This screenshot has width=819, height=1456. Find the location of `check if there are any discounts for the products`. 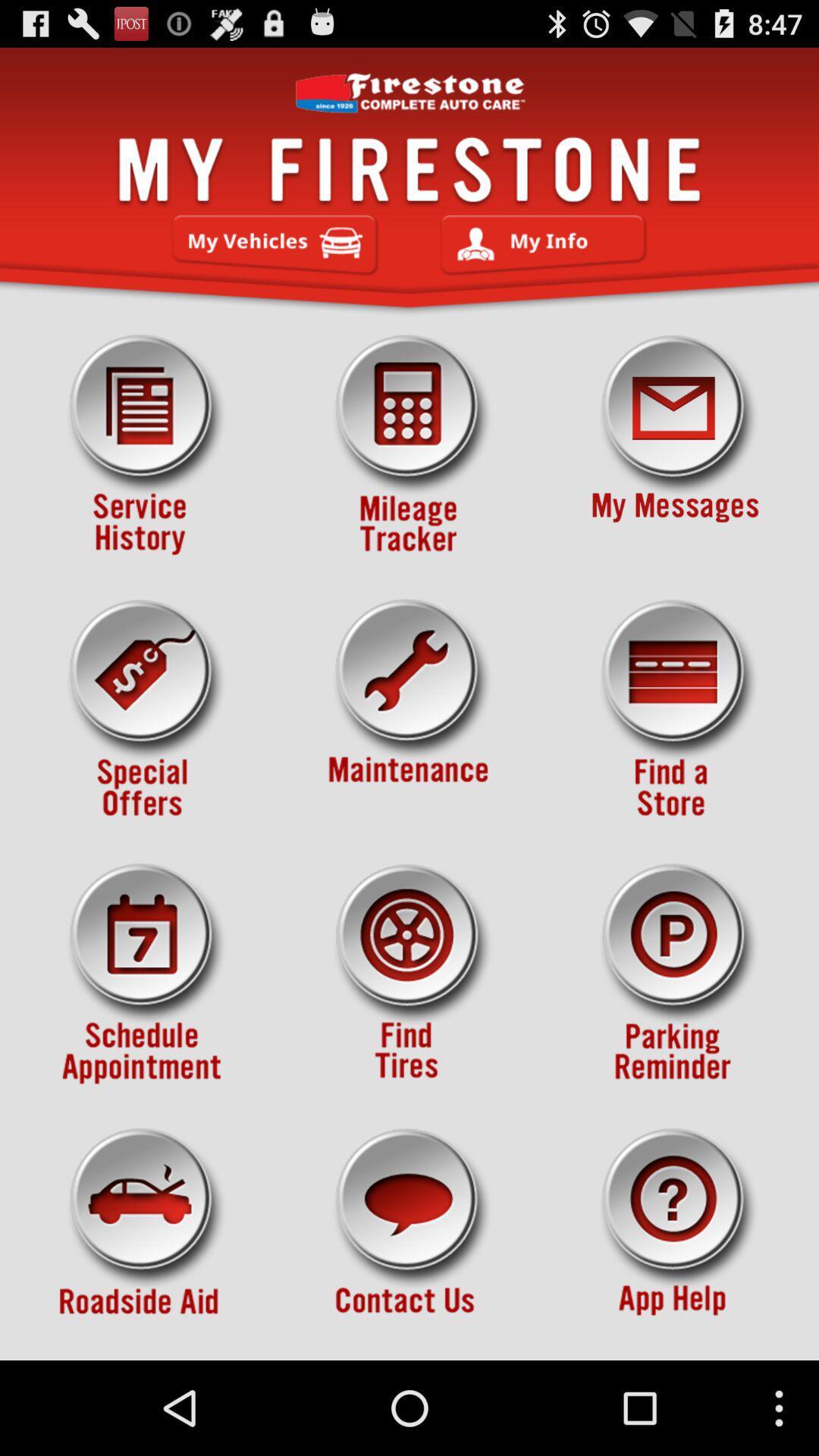

check if there are any discounts for the products is located at coordinates (143, 709).